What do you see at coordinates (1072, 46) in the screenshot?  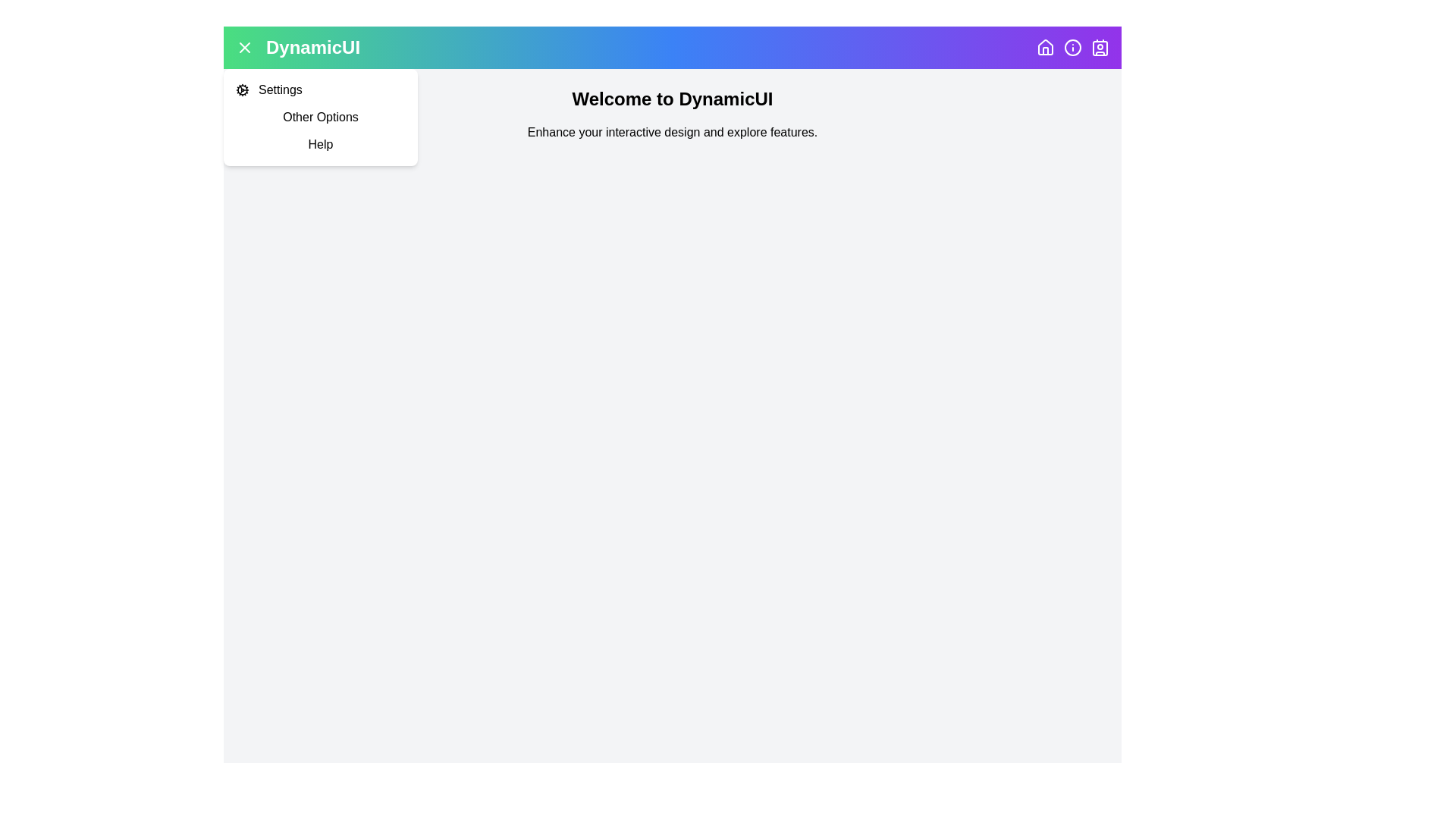 I see `the circular icon button located in the top-right corner of the interface` at bounding box center [1072, 46].